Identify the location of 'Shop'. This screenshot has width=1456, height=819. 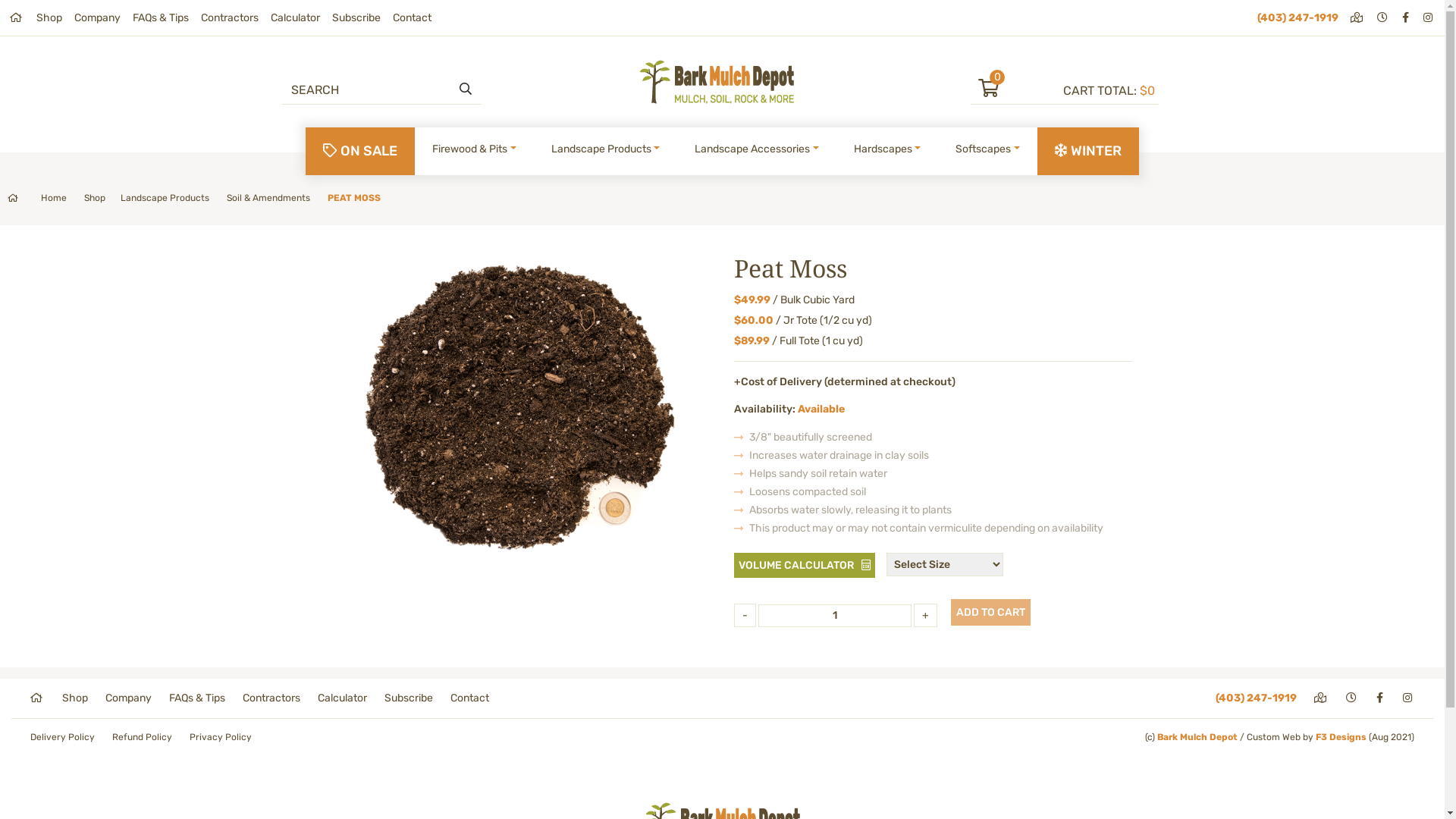
(61, 698).